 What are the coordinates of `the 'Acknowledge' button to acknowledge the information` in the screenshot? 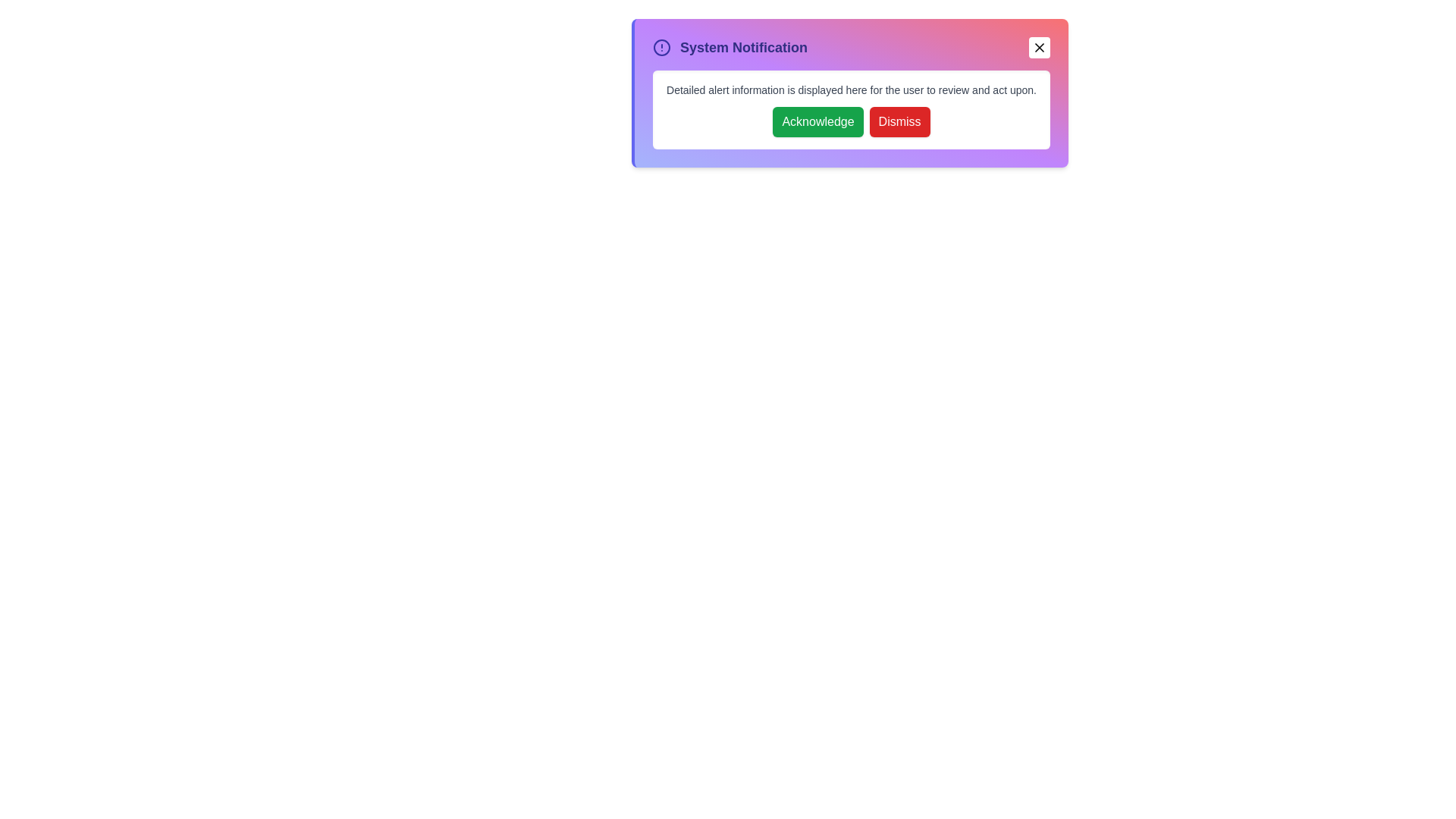 It's located at (817, 121).